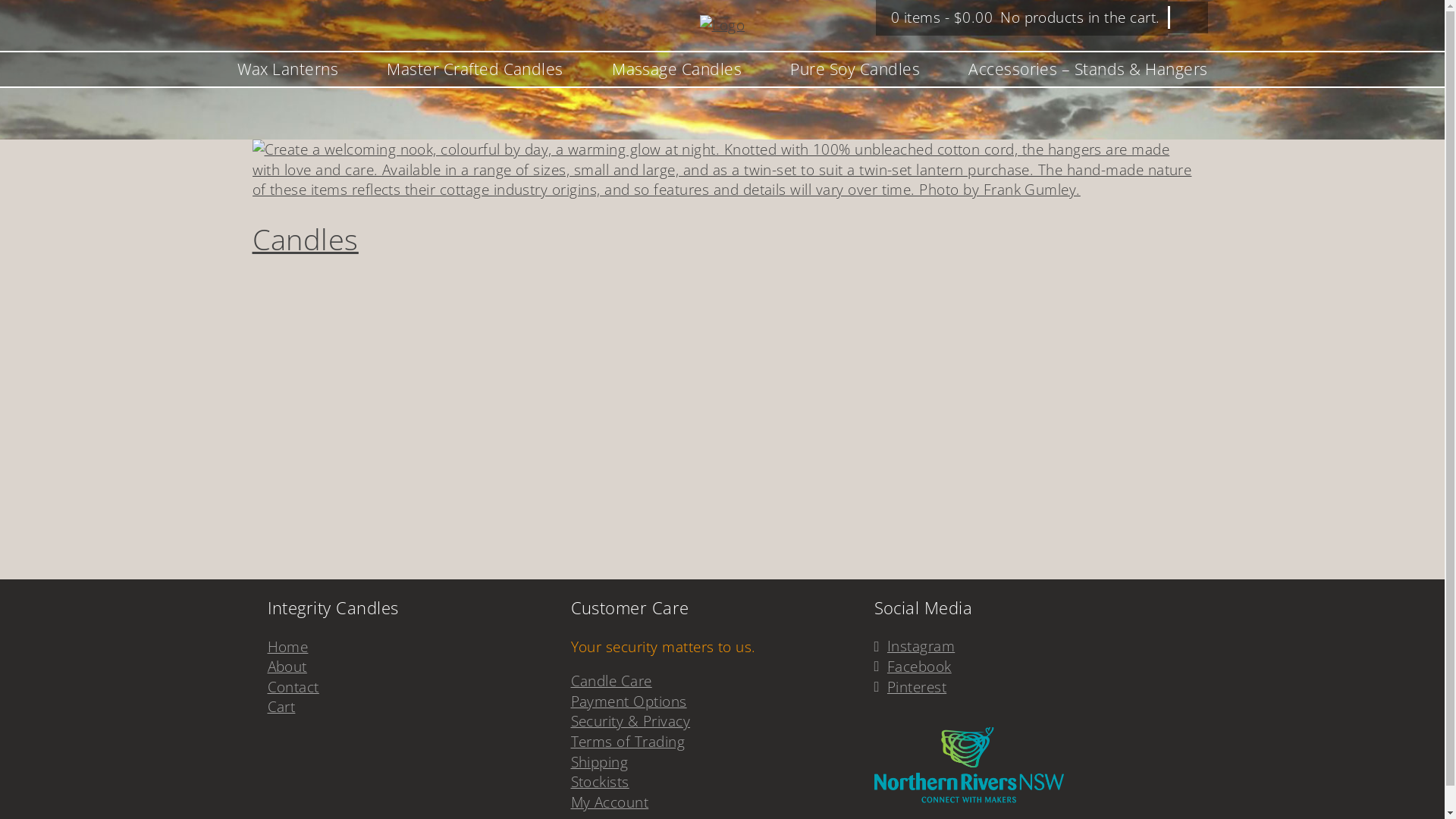  What do you see at coordinates (941, 17) in the screenshot?
I see `'0 items - $0.00'` at bounding box center [941, 17].